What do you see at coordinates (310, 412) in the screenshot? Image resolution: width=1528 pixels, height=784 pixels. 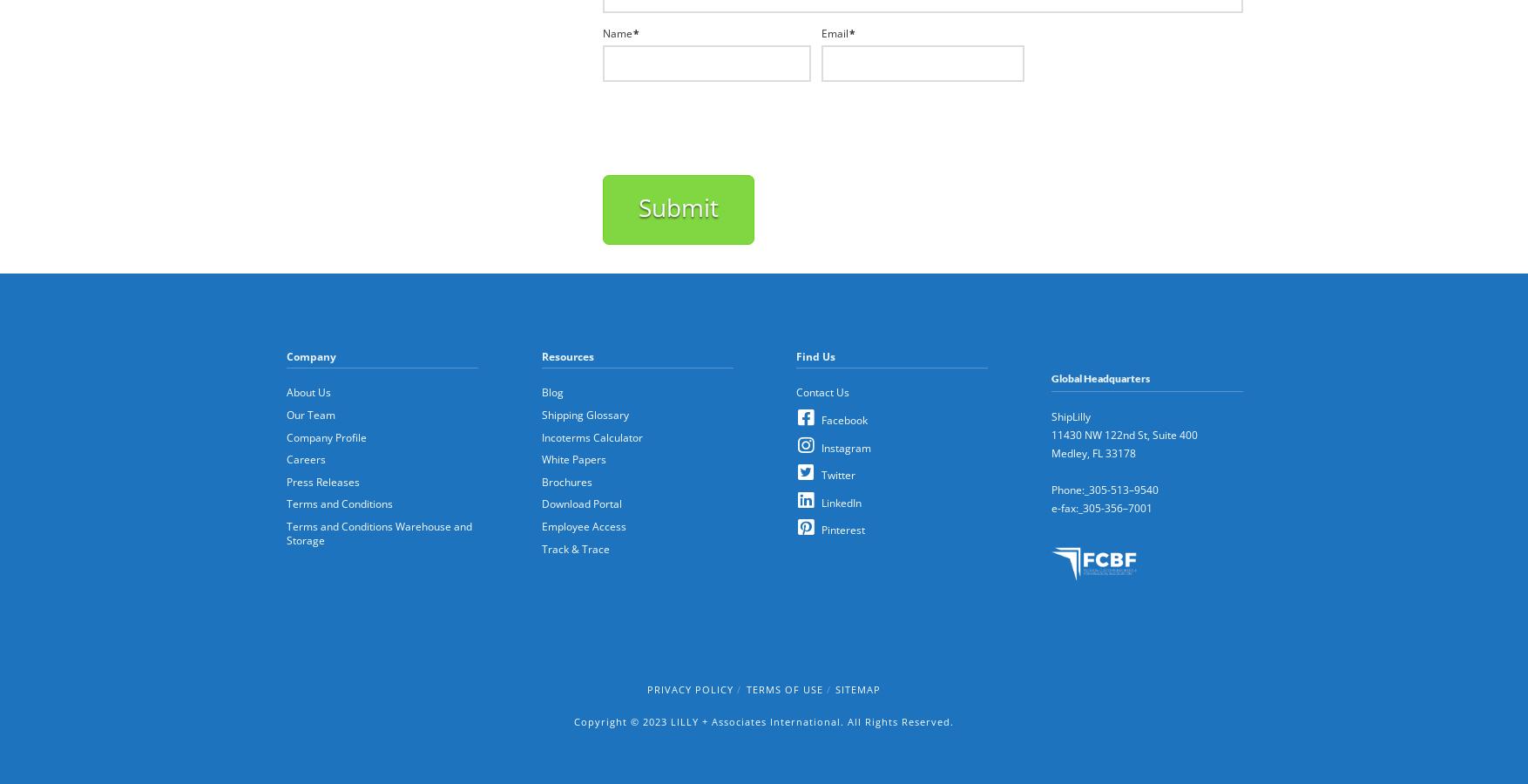 I see `'Our Team'` at bounding box center [310, 412].